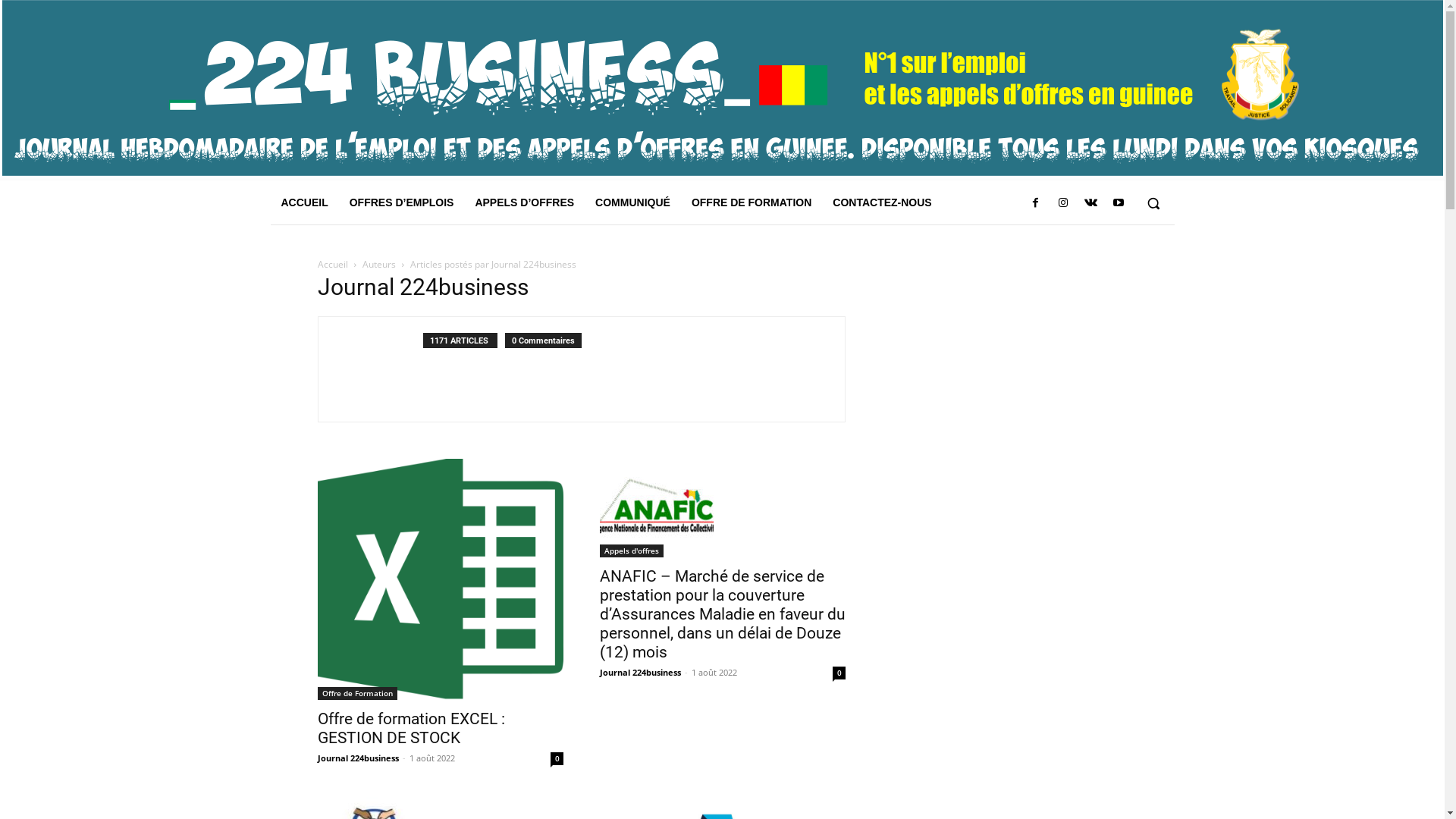 The height and width of the screenshot is (819, 1456). What do you see at coordinates (1048, 202) in the screenshot?
I see `'Instagram'` at bounding box center [1048, 202].